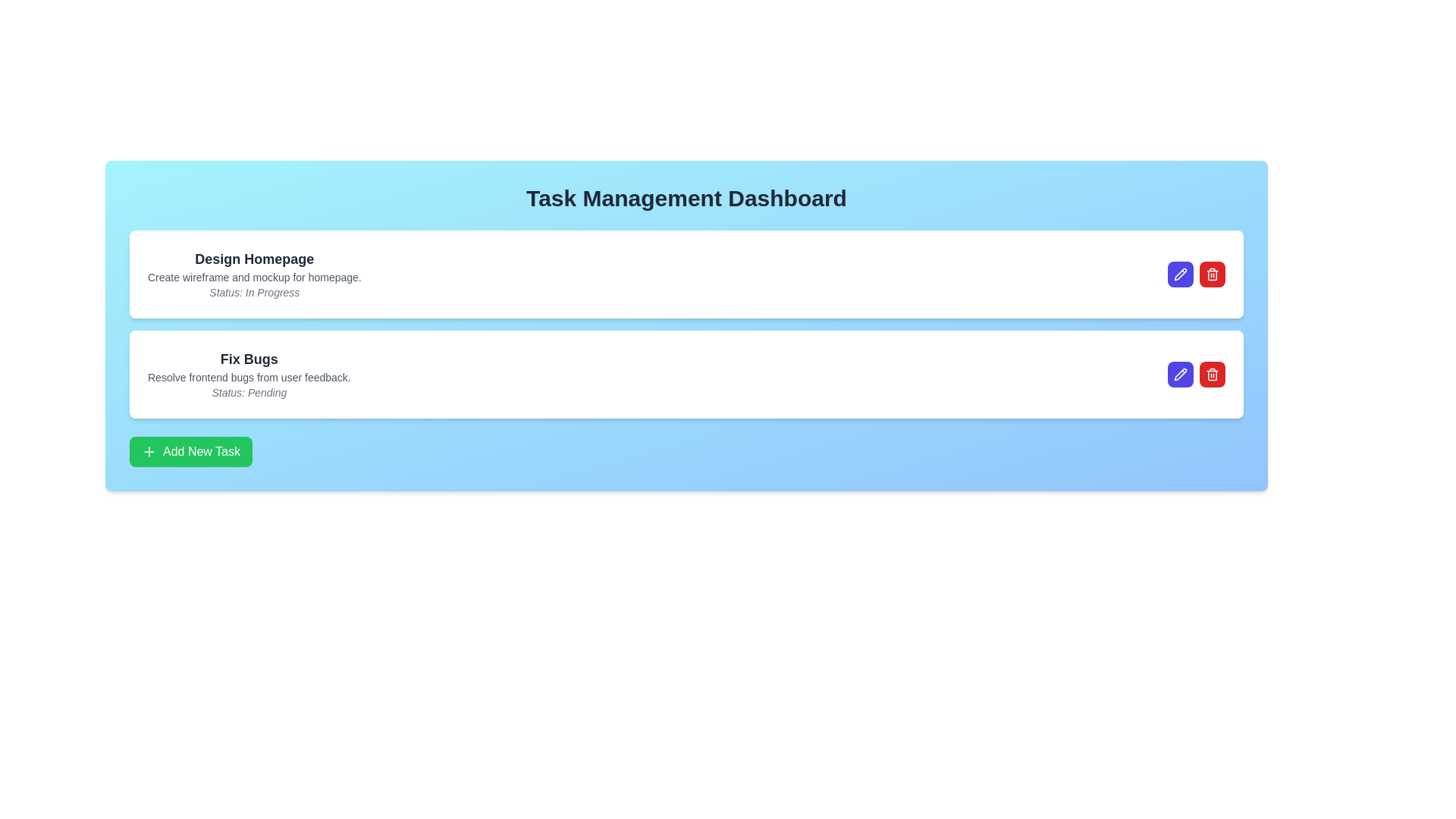 The image size is (1456, 819). Describe the element at coordinates (1211, 275) in the screenshot. I see `the delete button located to the right of the blue edit button in the task item control group` at that location.